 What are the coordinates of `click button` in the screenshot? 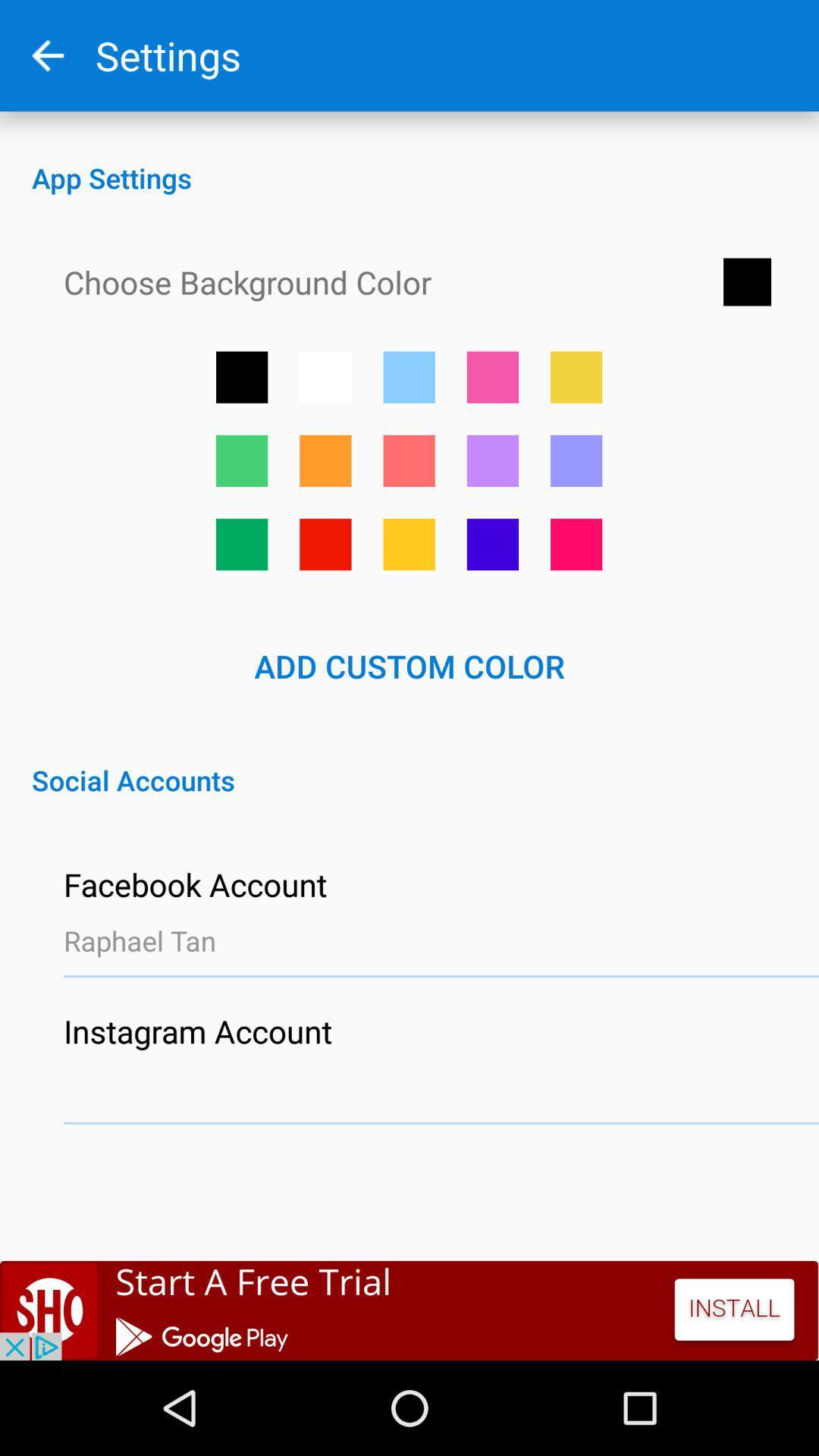 It's located at (325, 460).